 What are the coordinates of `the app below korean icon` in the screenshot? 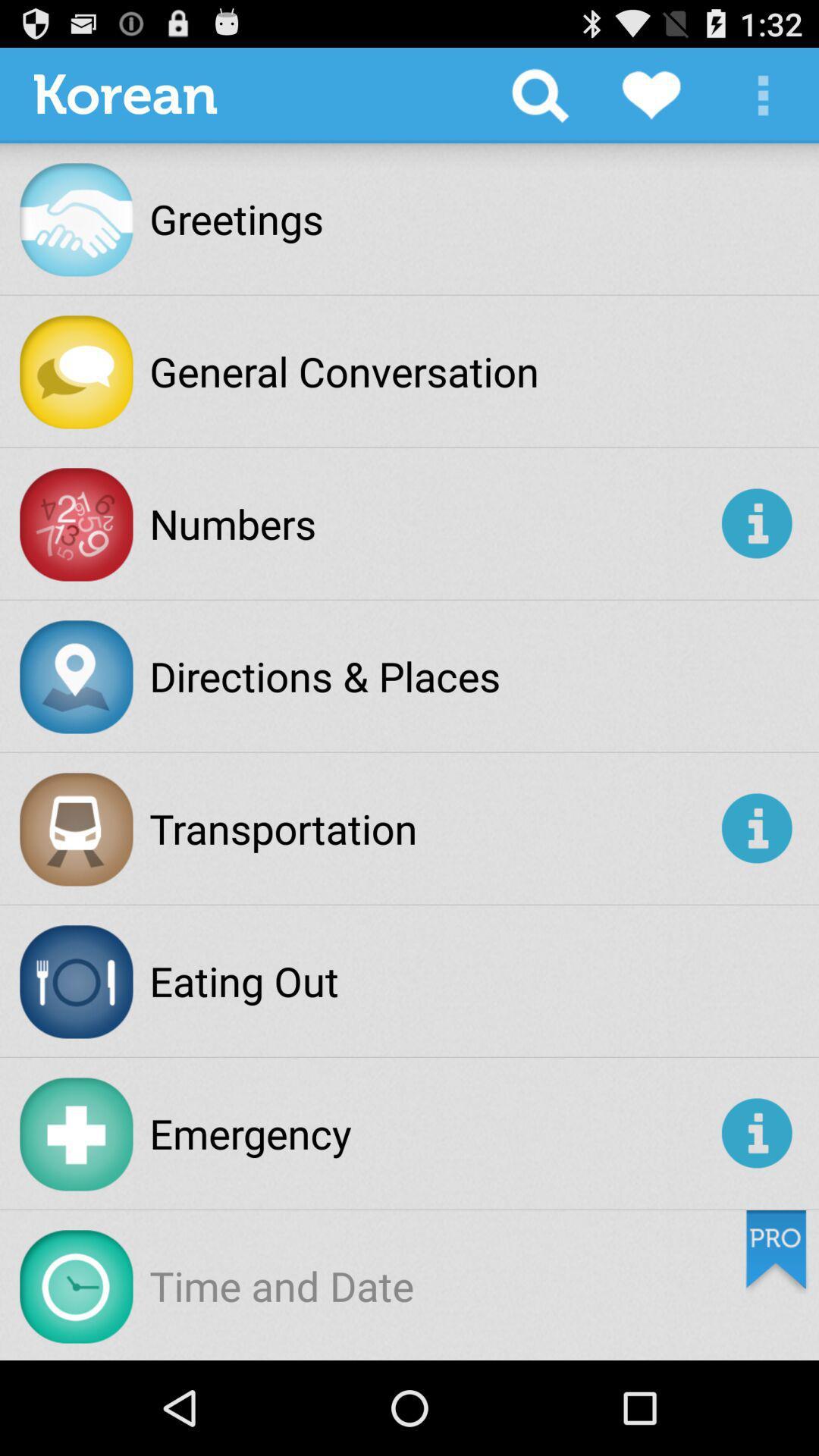 It's located at (237, 218).